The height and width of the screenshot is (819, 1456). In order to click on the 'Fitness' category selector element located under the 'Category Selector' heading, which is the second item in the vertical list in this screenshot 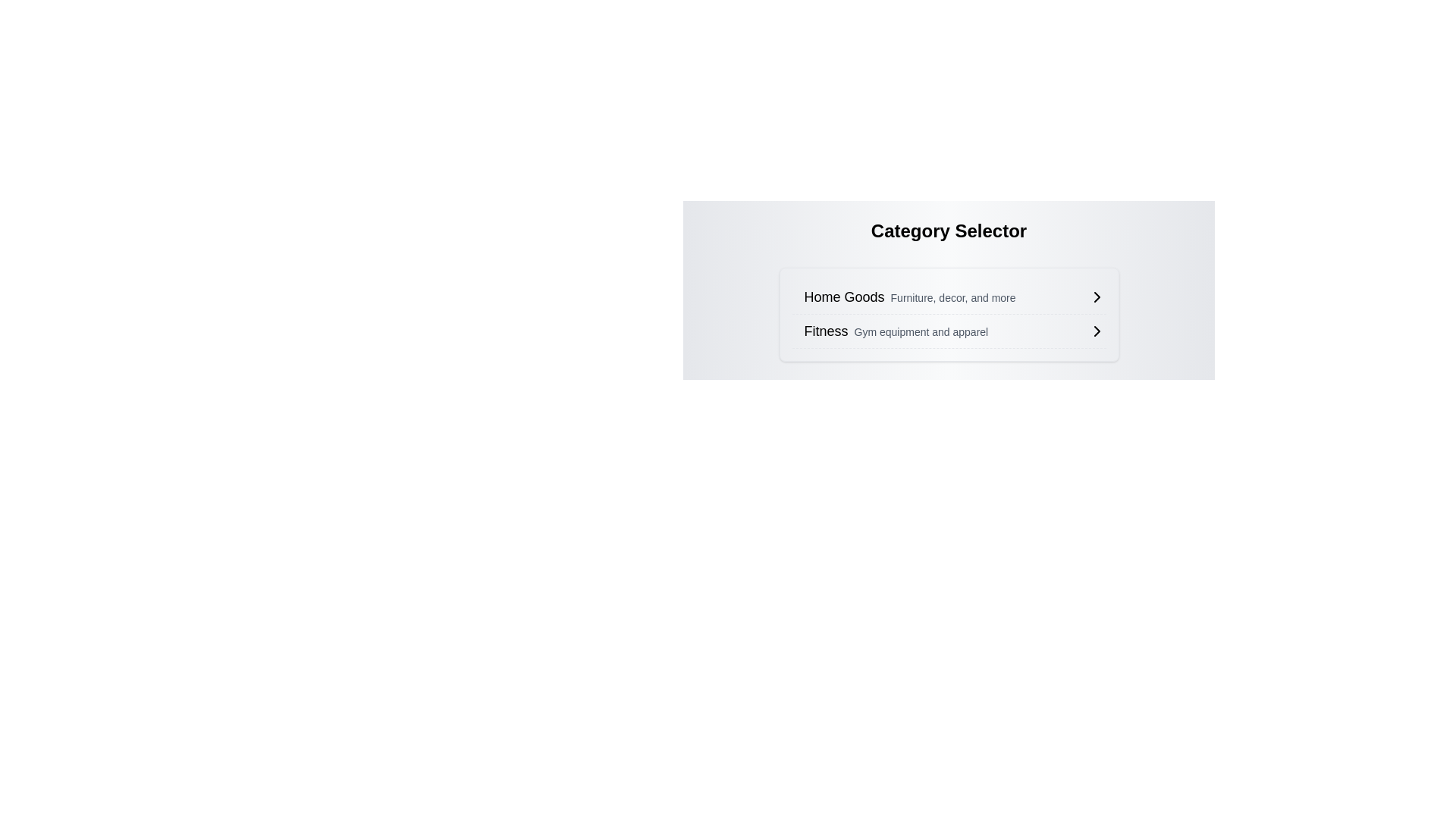, I will do `click(954, 330)`.